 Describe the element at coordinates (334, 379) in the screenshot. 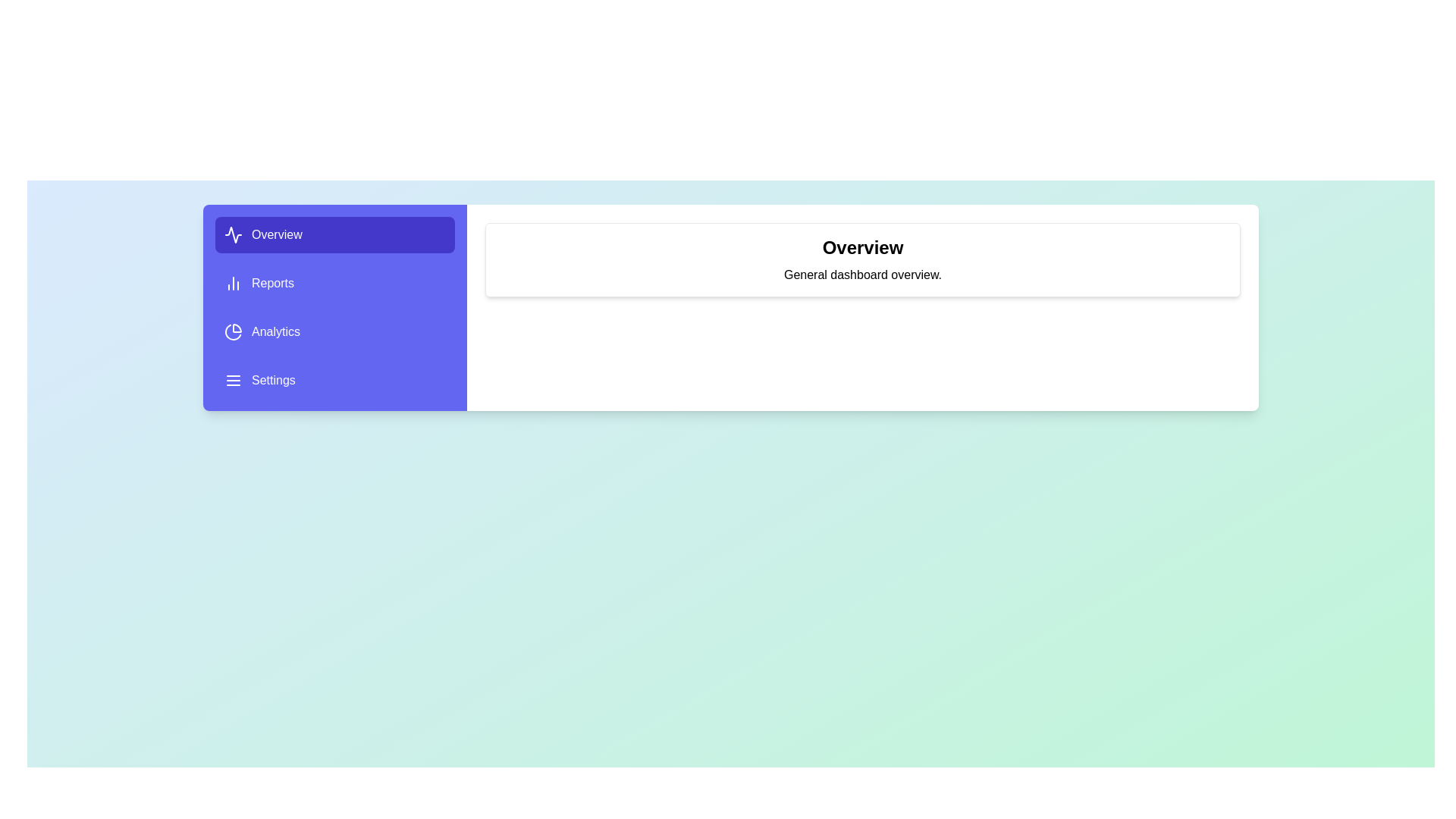

I see `the menu item labeled Settings` at that location.